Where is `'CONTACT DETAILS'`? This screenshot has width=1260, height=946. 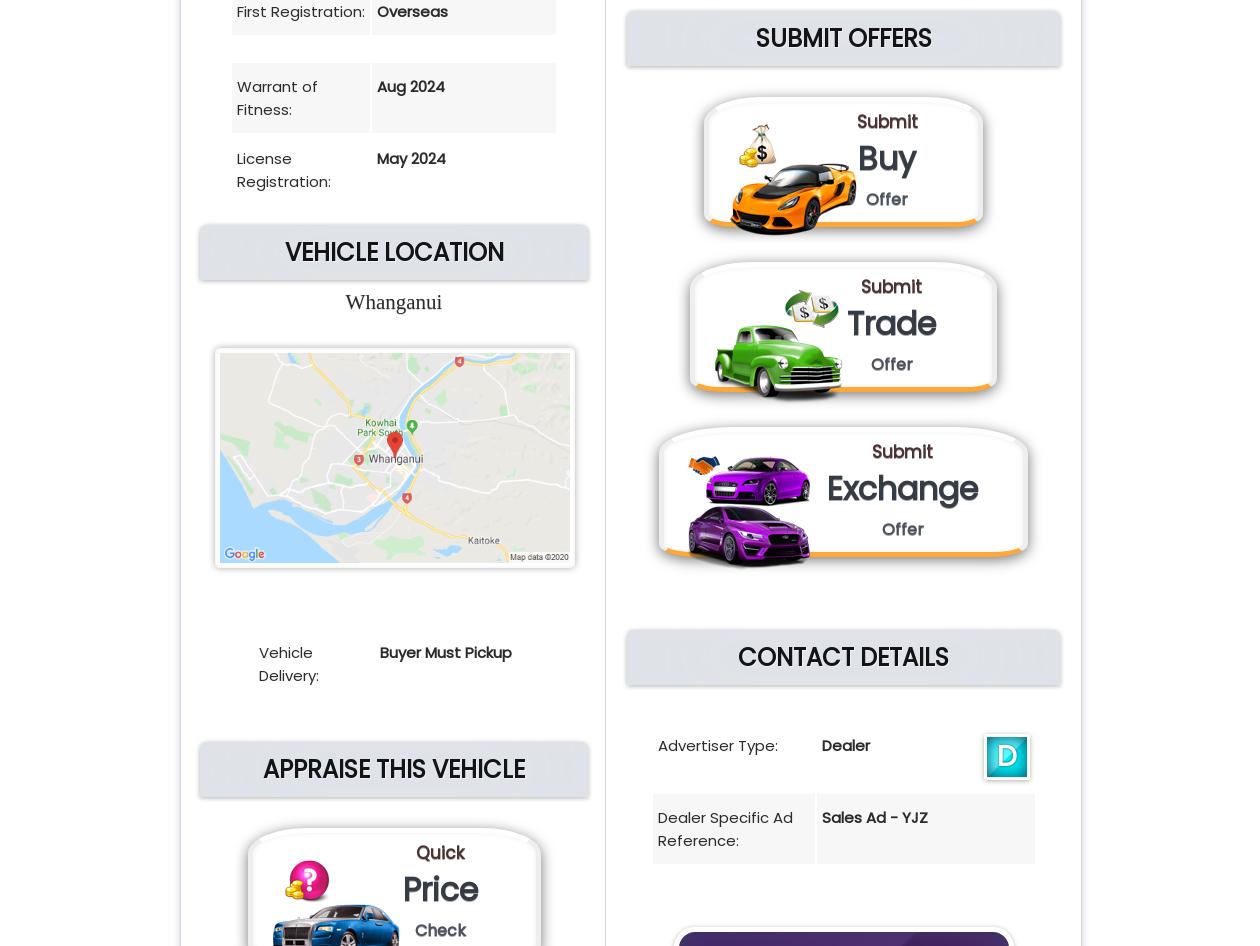
'CONTACT DETAILS' is located at coordinates (842, 657).